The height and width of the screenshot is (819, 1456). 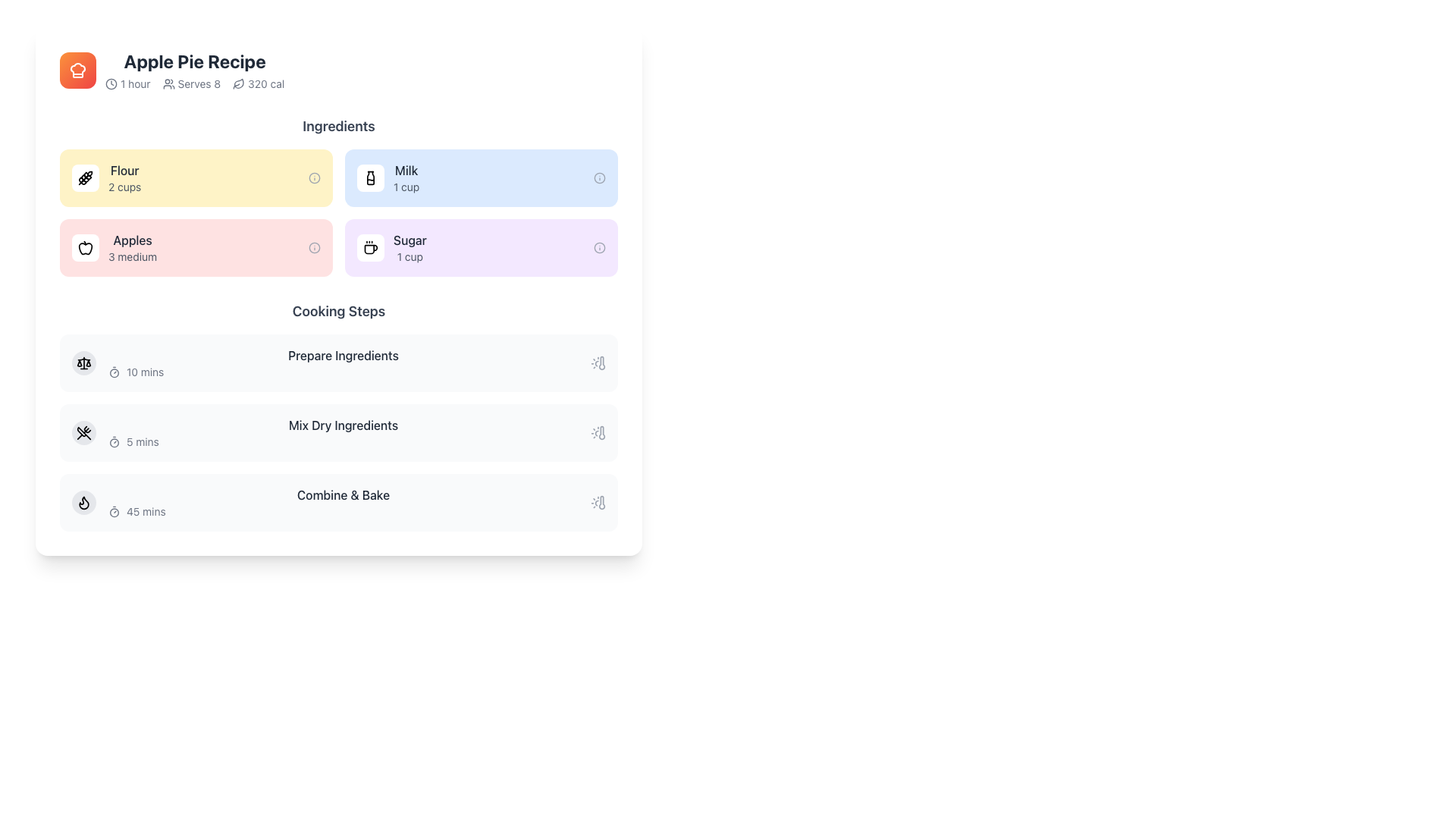 What do you see at coordinates (342, 503) in the screenshot?
I see `the 'Combine & Bake' text label located within the cooking step list to focus it or see details` at bounding box center [342, 503].